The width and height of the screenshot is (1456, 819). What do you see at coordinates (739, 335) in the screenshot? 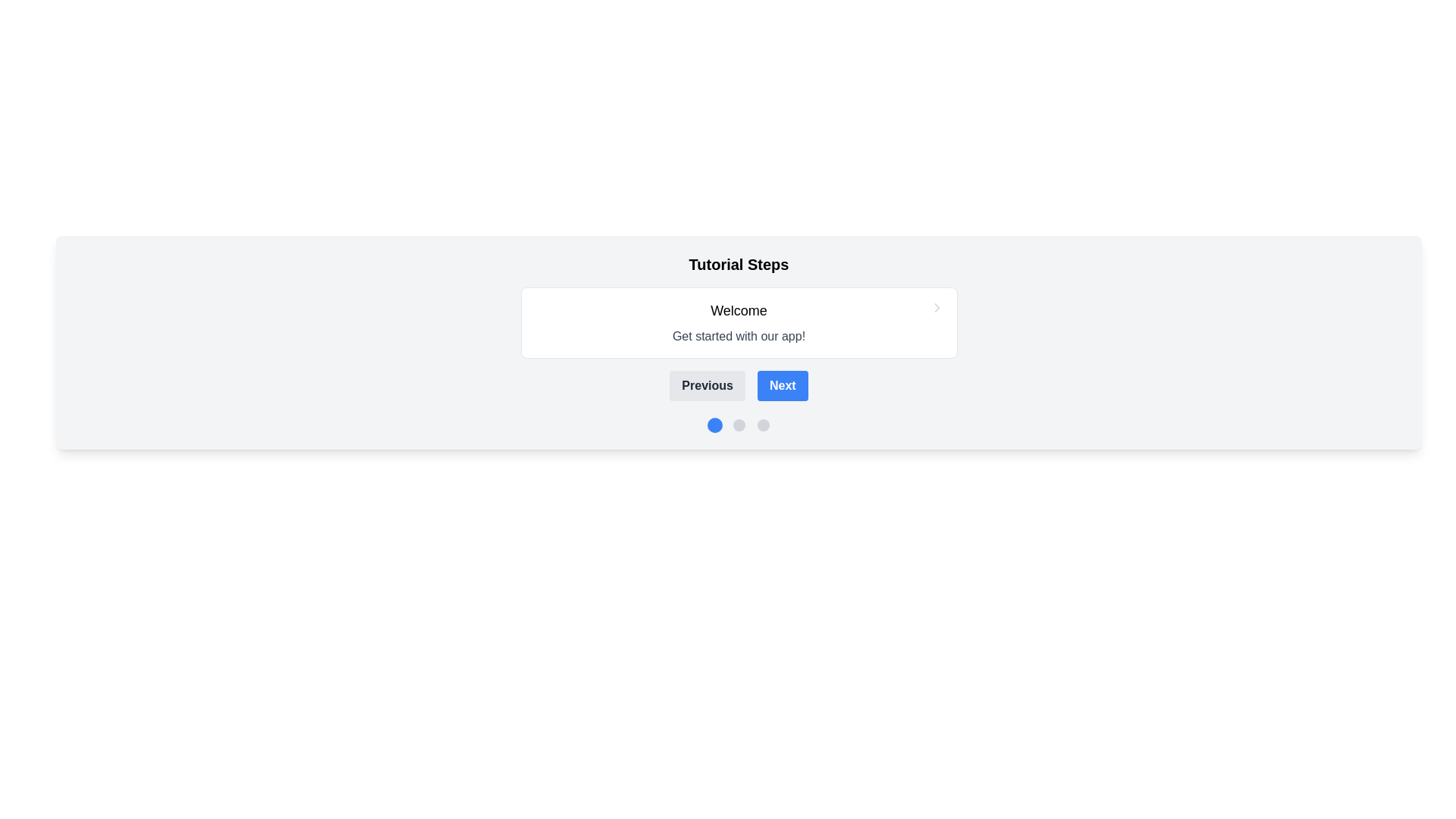
I see `static text content 'Get started with our app!' which is styled in gray and located within a white card below the 'Welcome' label` at bounding box center [739, 335].